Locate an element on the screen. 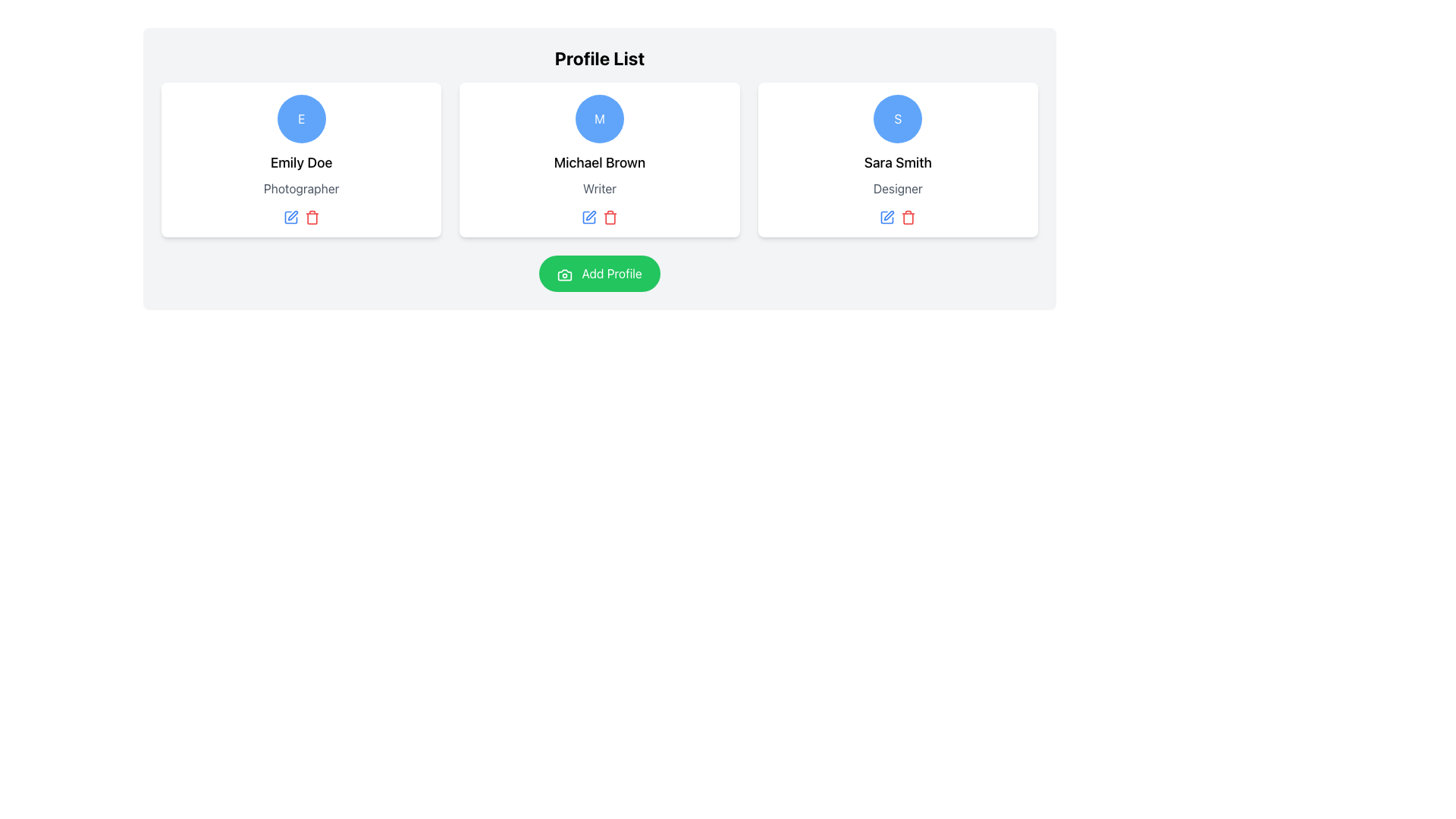  the edit icon in the action bar located at the bottom section of Emily Doe's profile card is located at coordinates (301, 217).